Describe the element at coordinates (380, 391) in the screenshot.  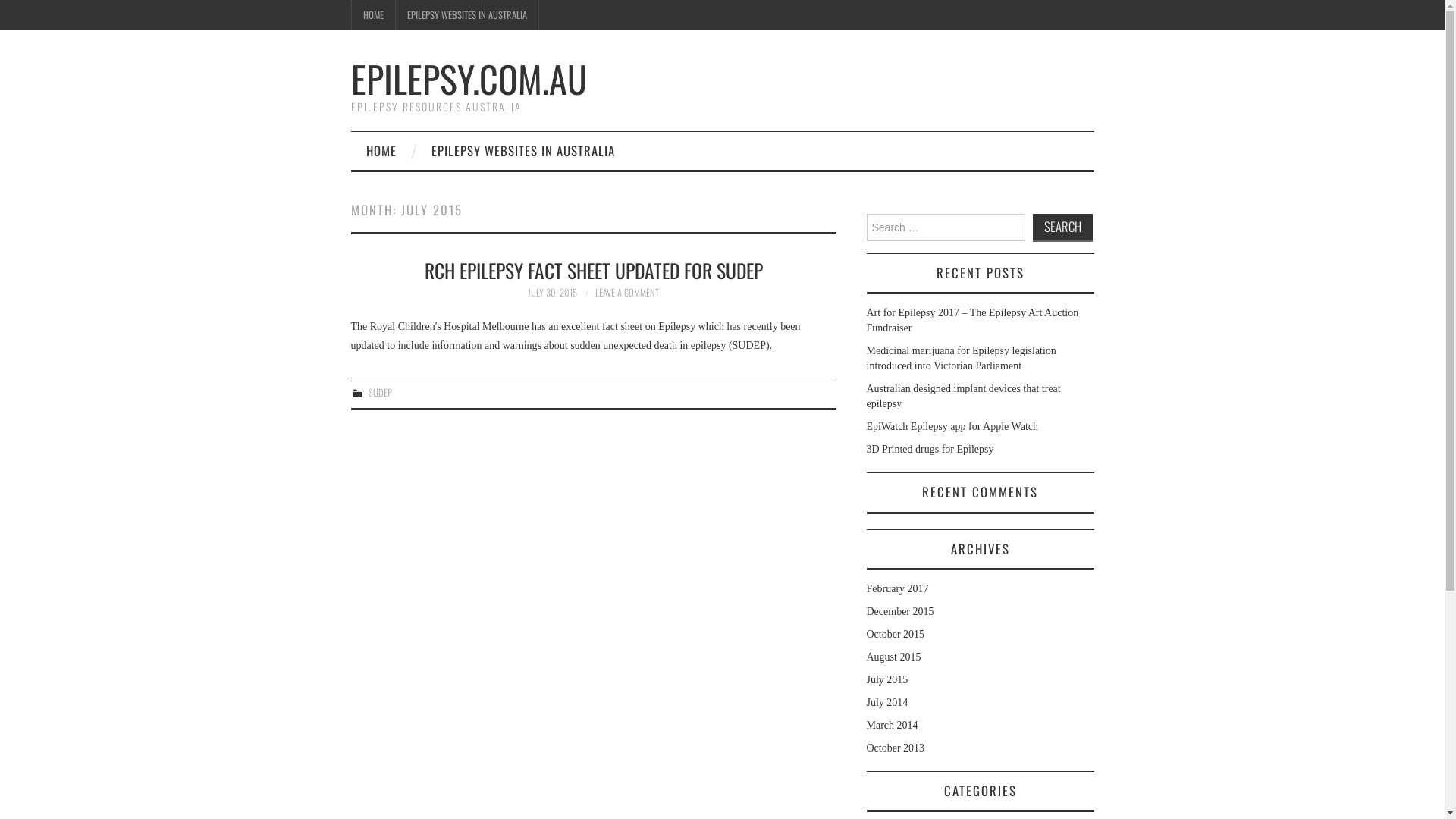
I see `'SUDEP'` at that location.